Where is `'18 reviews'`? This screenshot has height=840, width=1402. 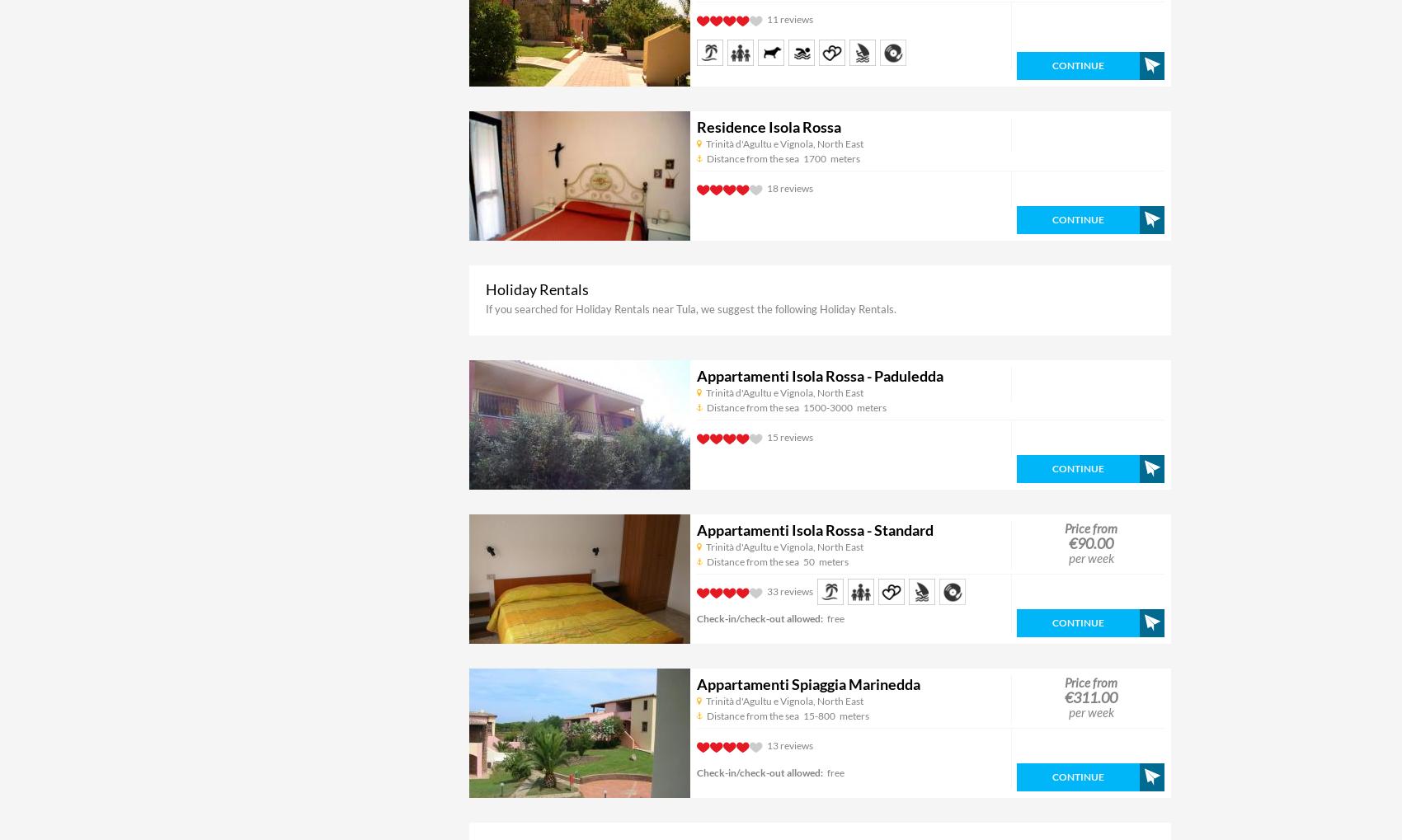
'18 reviews' is located at coordinates (766, 186).